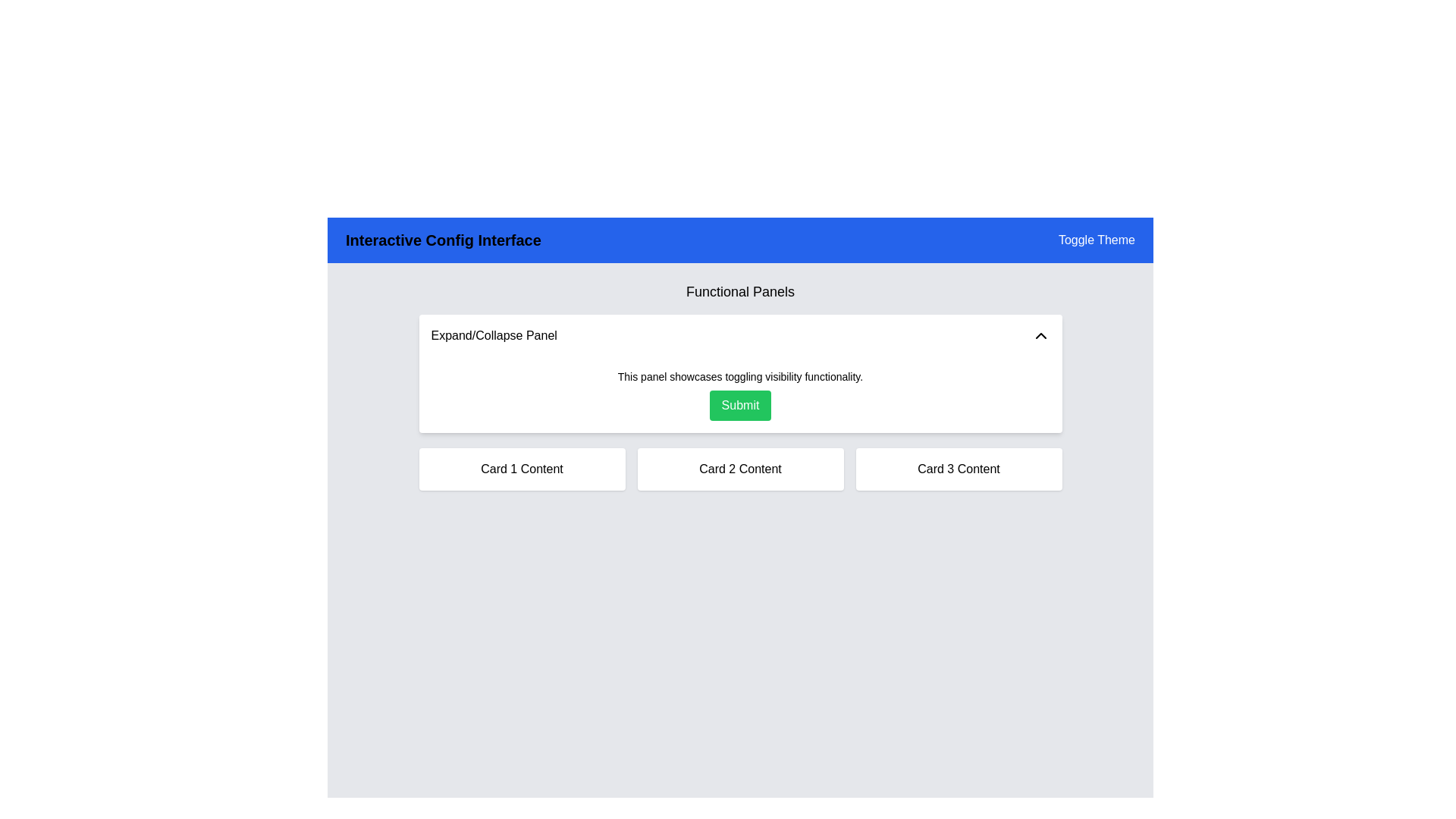  Describe the element at coordinates (1040, 335) in the screenshot. I see `the expand/collapse icon positioned on the far-right side of the row labeled 'Expand/Collapse Panel'` at that location.